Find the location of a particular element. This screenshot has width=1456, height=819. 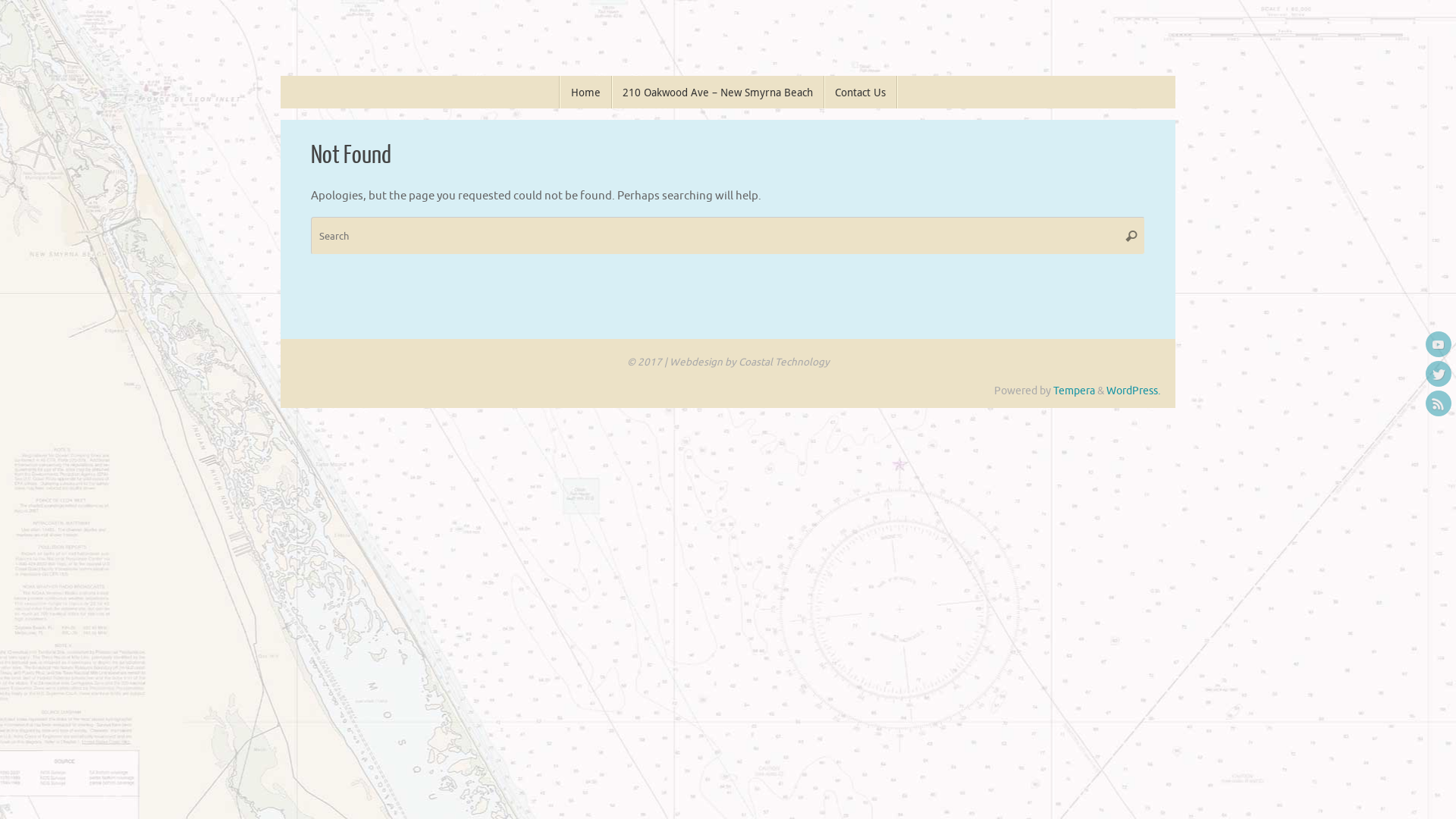

'YouTube' is located at coordinates (1437, 344).